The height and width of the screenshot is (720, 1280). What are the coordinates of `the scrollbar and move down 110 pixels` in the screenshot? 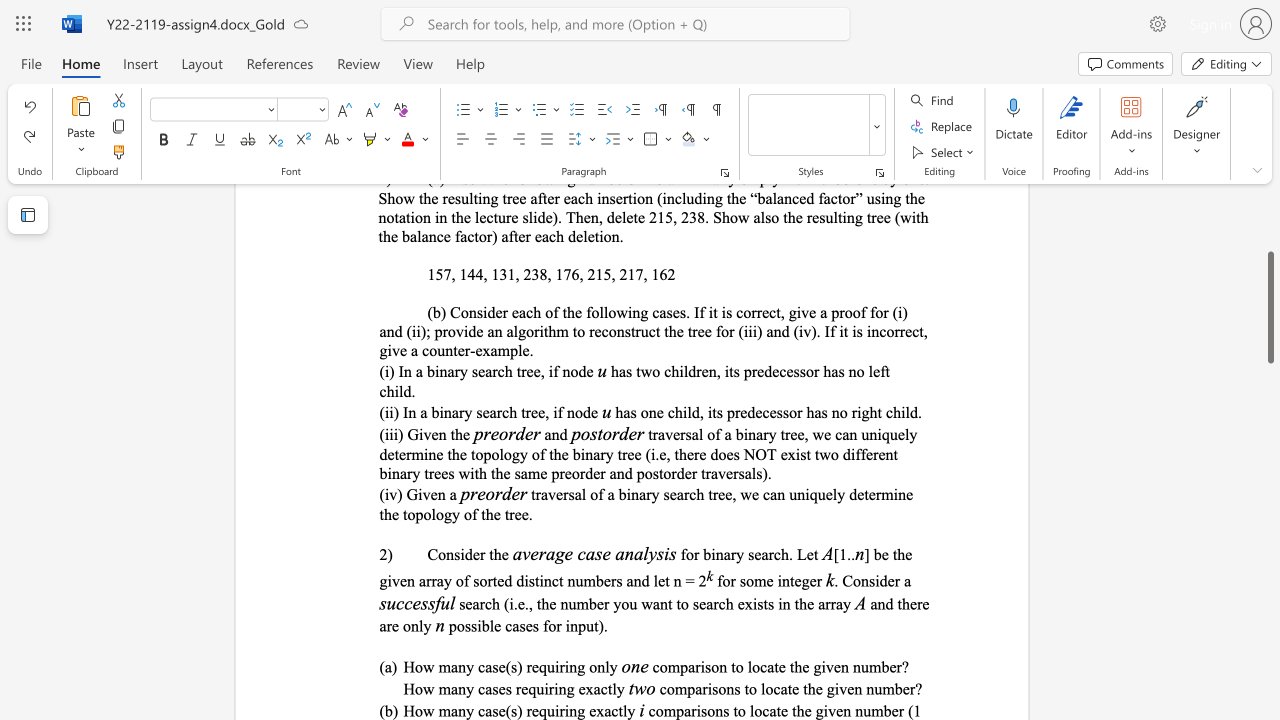 It's located at (1269, 307).